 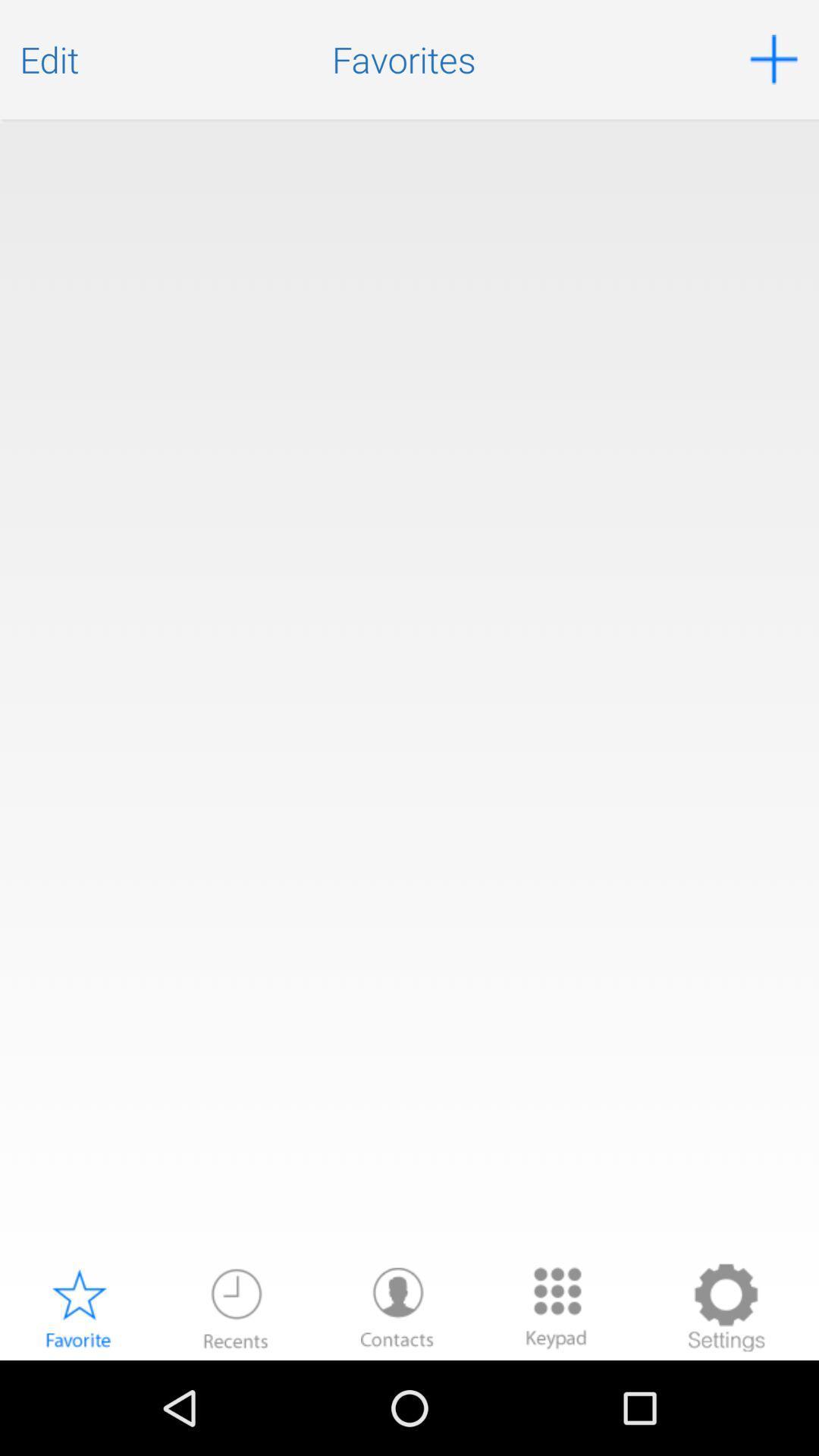 I want to click on click on person for contacts, so click(x=397, y=1307).